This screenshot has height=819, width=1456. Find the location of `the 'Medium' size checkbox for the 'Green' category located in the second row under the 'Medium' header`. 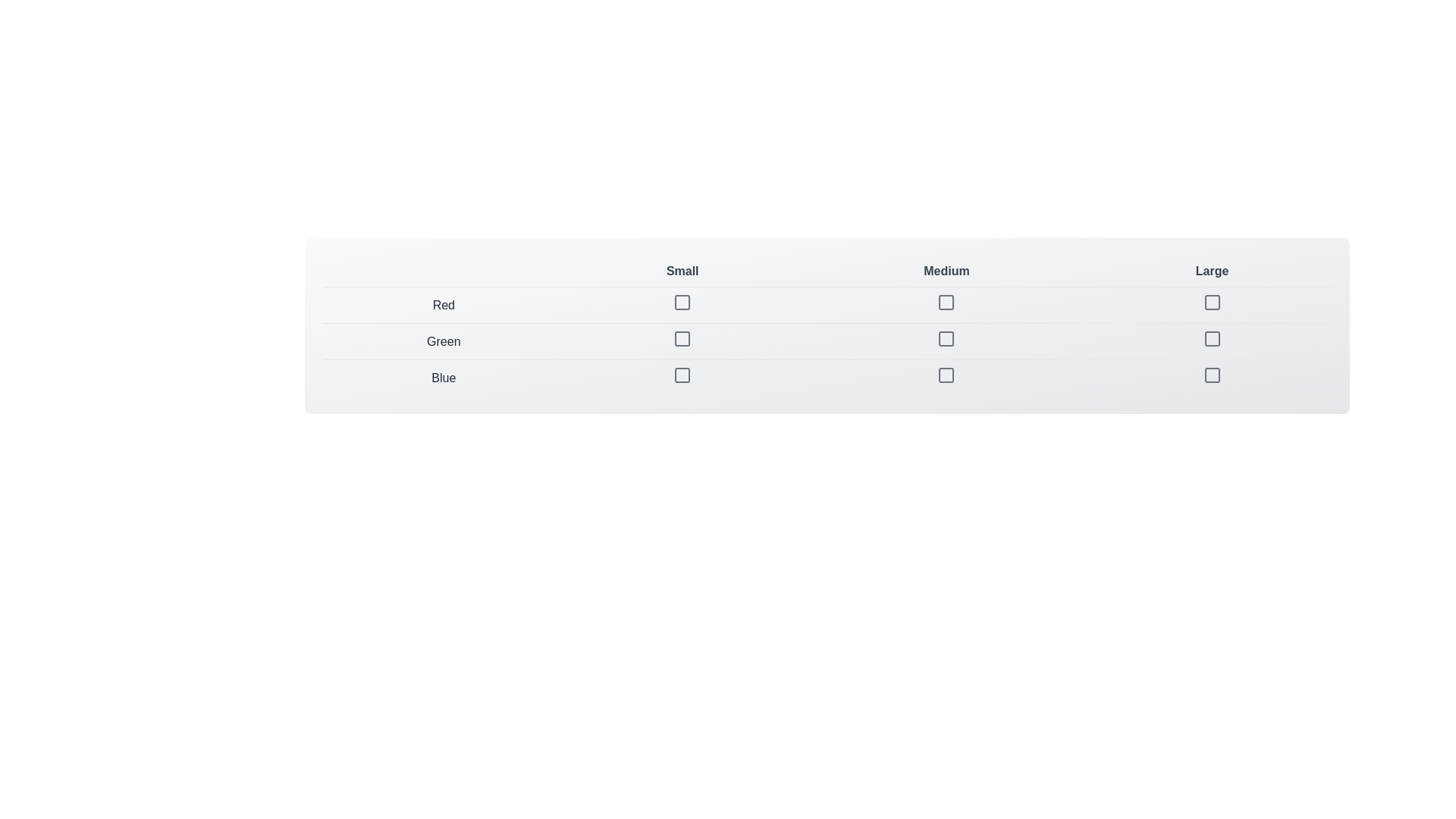

the 'Medium' size checkbox for the 'Green' category located in the second row under the 'Medium' header is located at coordinates (946, 341).